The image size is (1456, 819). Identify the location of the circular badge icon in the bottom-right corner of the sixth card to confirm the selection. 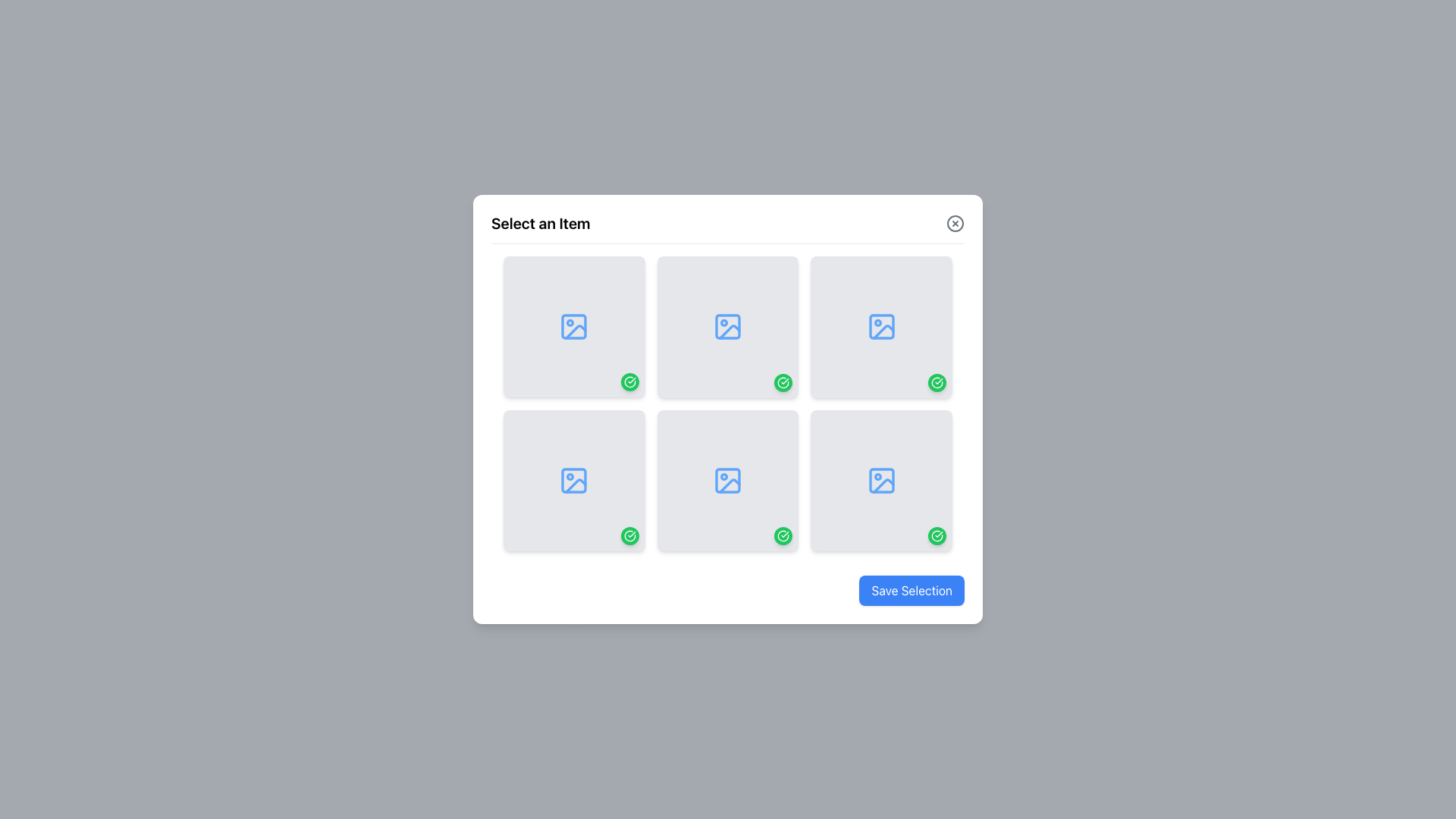
(629, 535).